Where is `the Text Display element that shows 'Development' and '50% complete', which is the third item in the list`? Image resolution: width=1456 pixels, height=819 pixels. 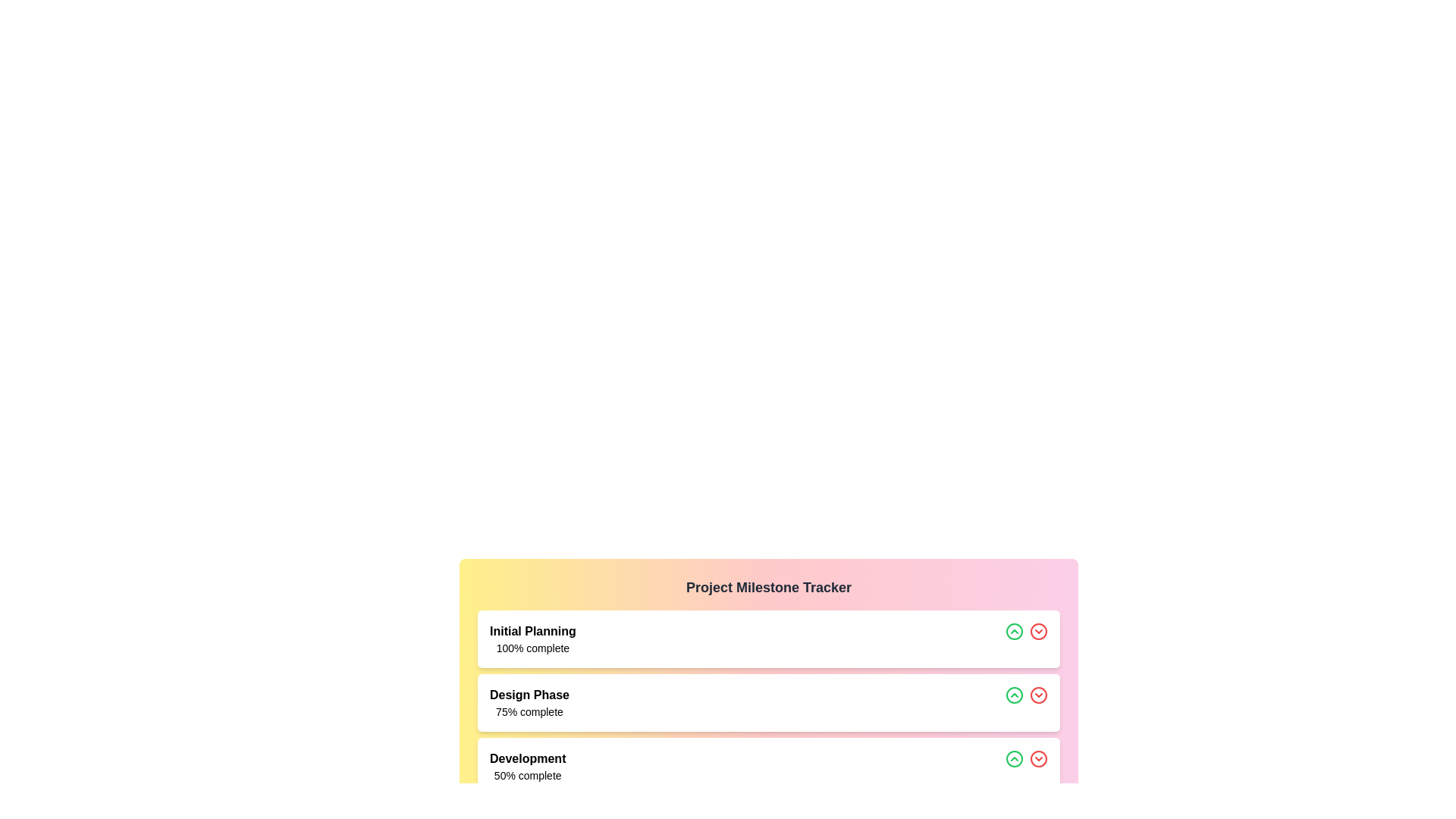 the Text Display element that shows 'Development' and '50% complete', which is the third item in the list is located at coordinates (528, 766).